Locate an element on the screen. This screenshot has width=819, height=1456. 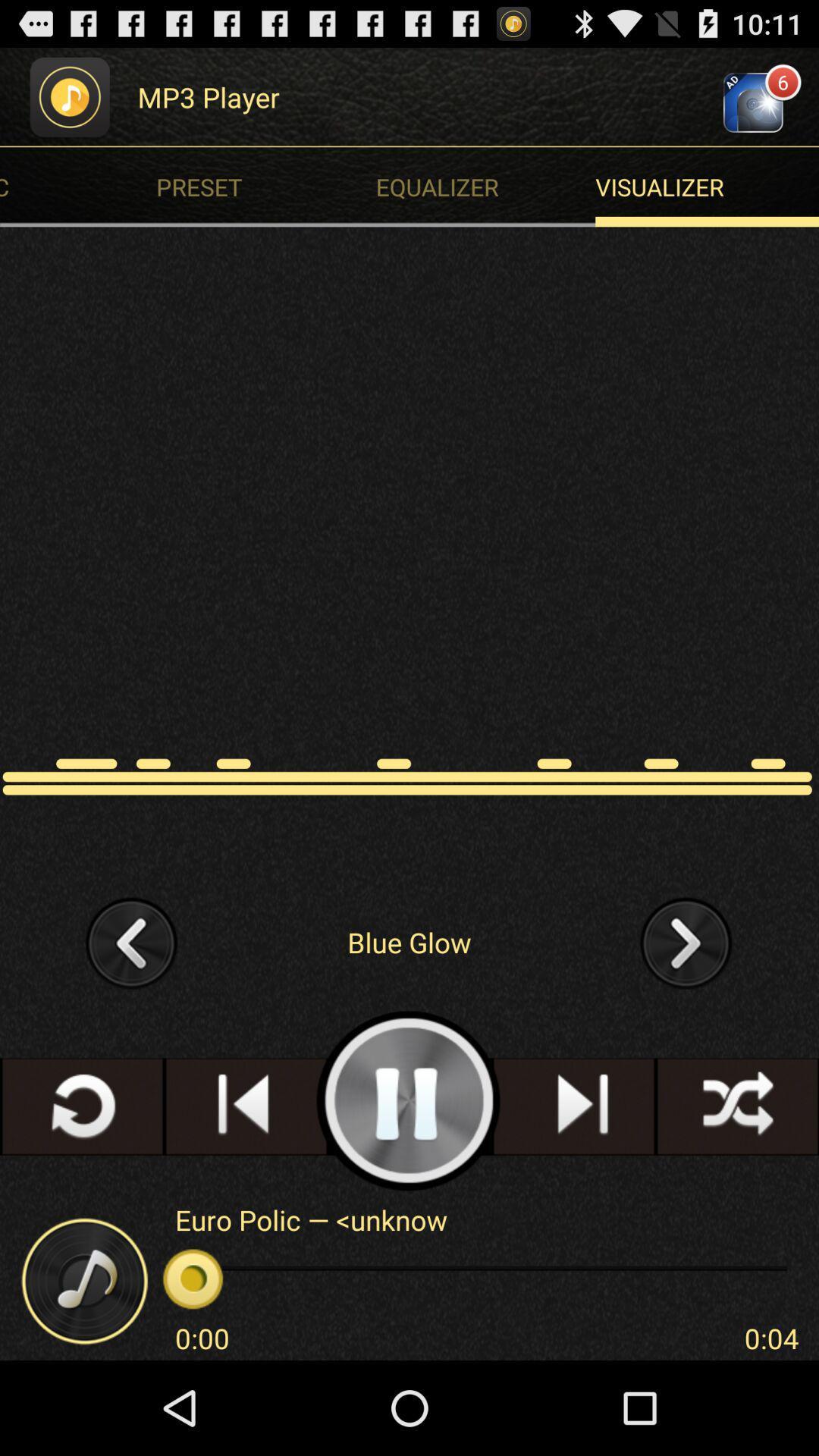
the preset radio button is located at coordinates (269, 186).